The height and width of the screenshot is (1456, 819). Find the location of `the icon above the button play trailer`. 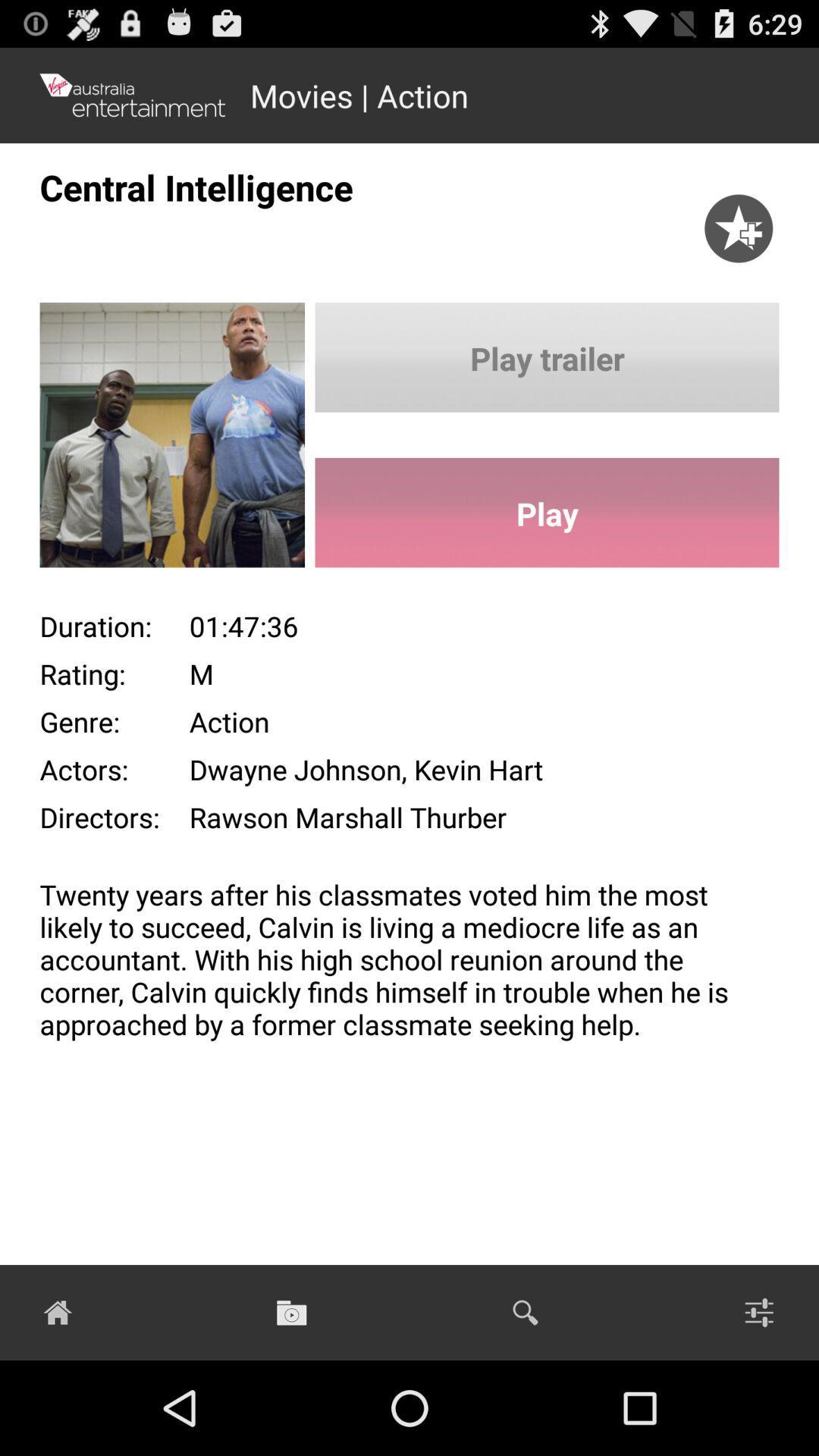

the icon above the button play trailer is located at coordinates (738, 212).